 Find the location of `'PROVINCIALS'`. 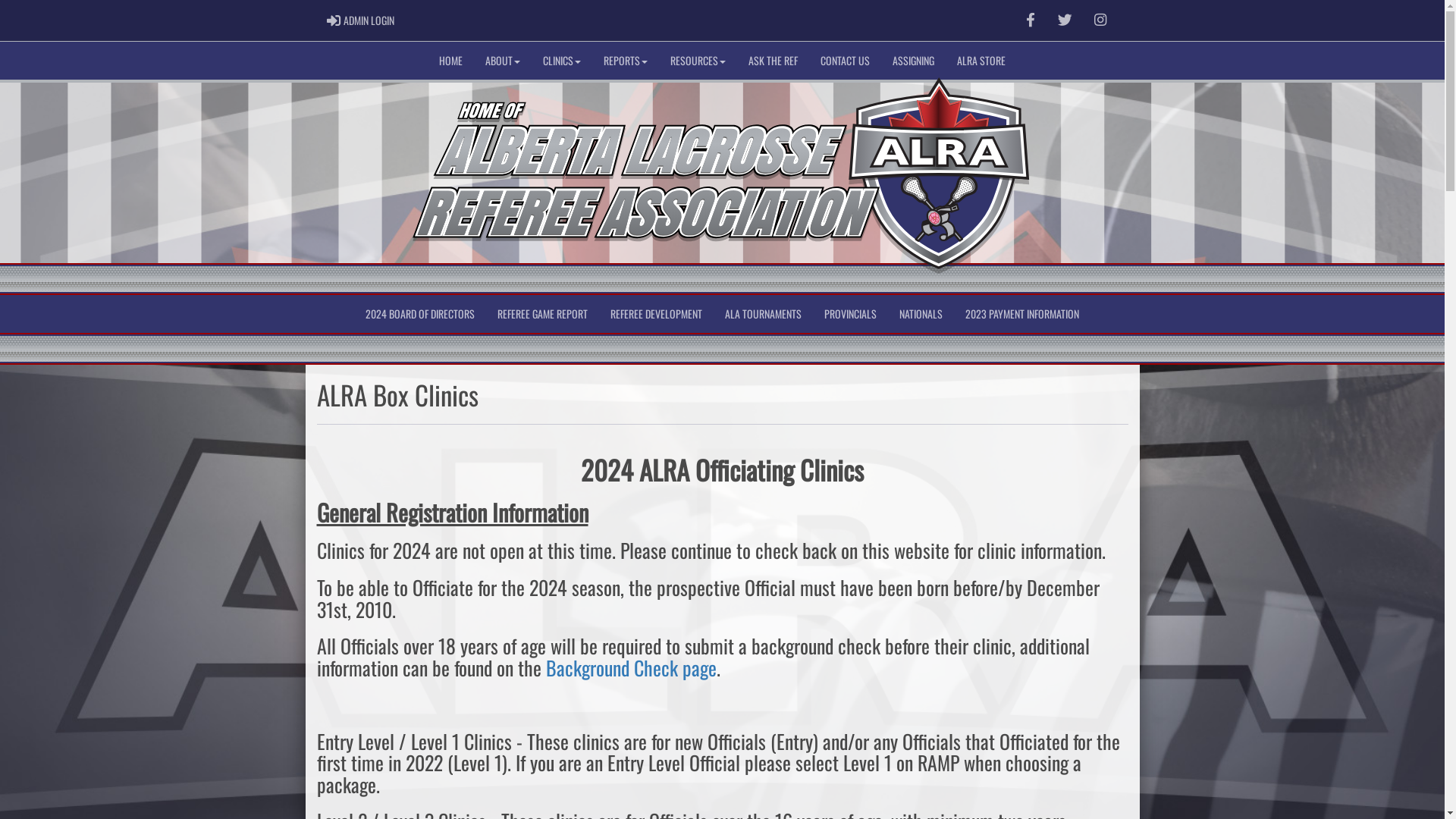

'PROVINCIALS' is located at coordinates (850, 312).